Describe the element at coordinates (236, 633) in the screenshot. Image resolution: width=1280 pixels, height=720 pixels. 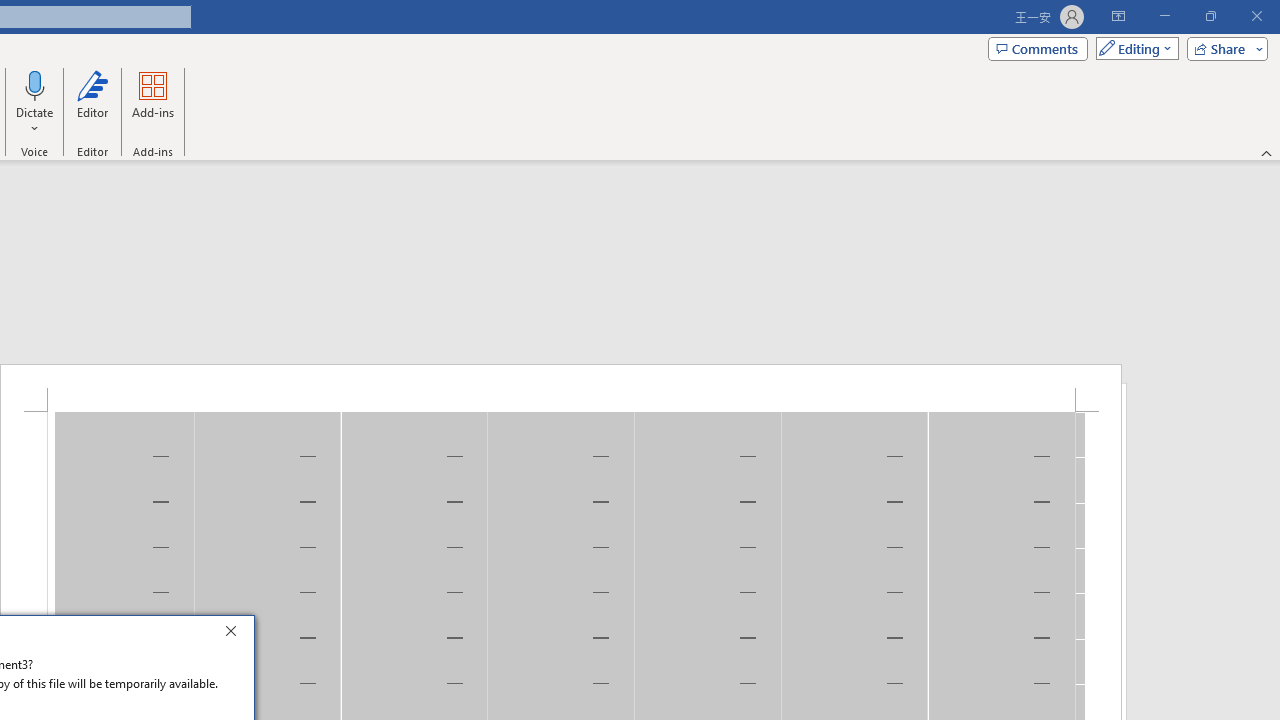
I see `'Close'` at that location.